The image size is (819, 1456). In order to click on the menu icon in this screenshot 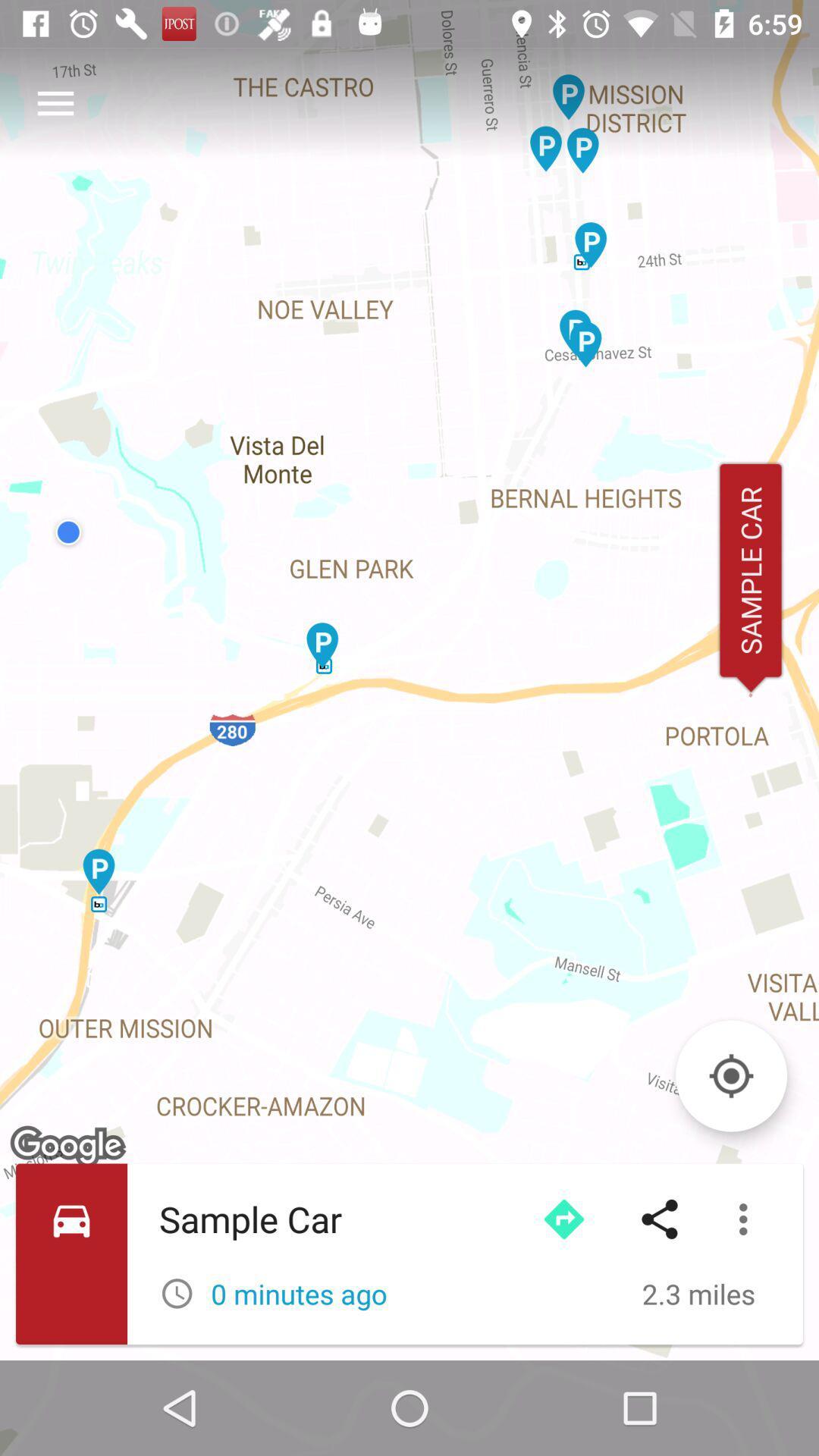, I will do `click(55, 102)`.